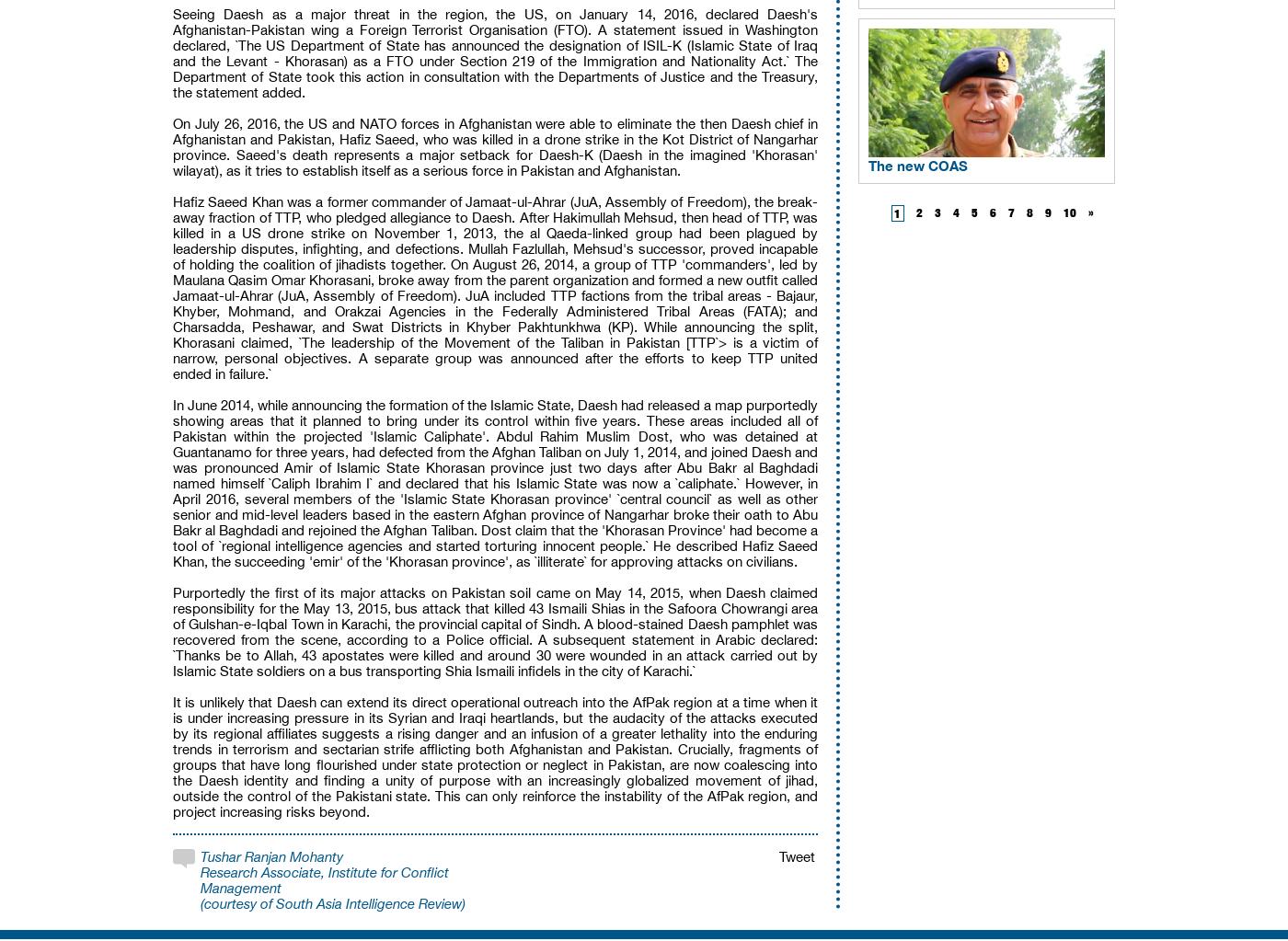 This screenshot has width=1288, height=941. What do you see at coordinates (495, 757) in the screenshot?
I see `'It is unlikely that Daesh can extend its direct operational outreach into the AfPak region at a time when it is under increasing pressure in its Syrian and Iraqi heartlands, but the audacity of the attacks executed by its regional affiliates suggests a rising danger and an infusion of a greater lethality into the enduring trends in terrorism and sectarian strife afflicting both Afghanistan and Pakistan. Crucially, fragments of groups that have long flourished under state protection or neglect in Pakistan, are now coalescing into the Daesh identity and finding a unity of purpose with an increasingly globalized movement of jihad, outside the control of the Pakistani state. This can only reinforce the instability of the AfPak region, and project increasing risks beyond.'` at bounding box center [495, 757].